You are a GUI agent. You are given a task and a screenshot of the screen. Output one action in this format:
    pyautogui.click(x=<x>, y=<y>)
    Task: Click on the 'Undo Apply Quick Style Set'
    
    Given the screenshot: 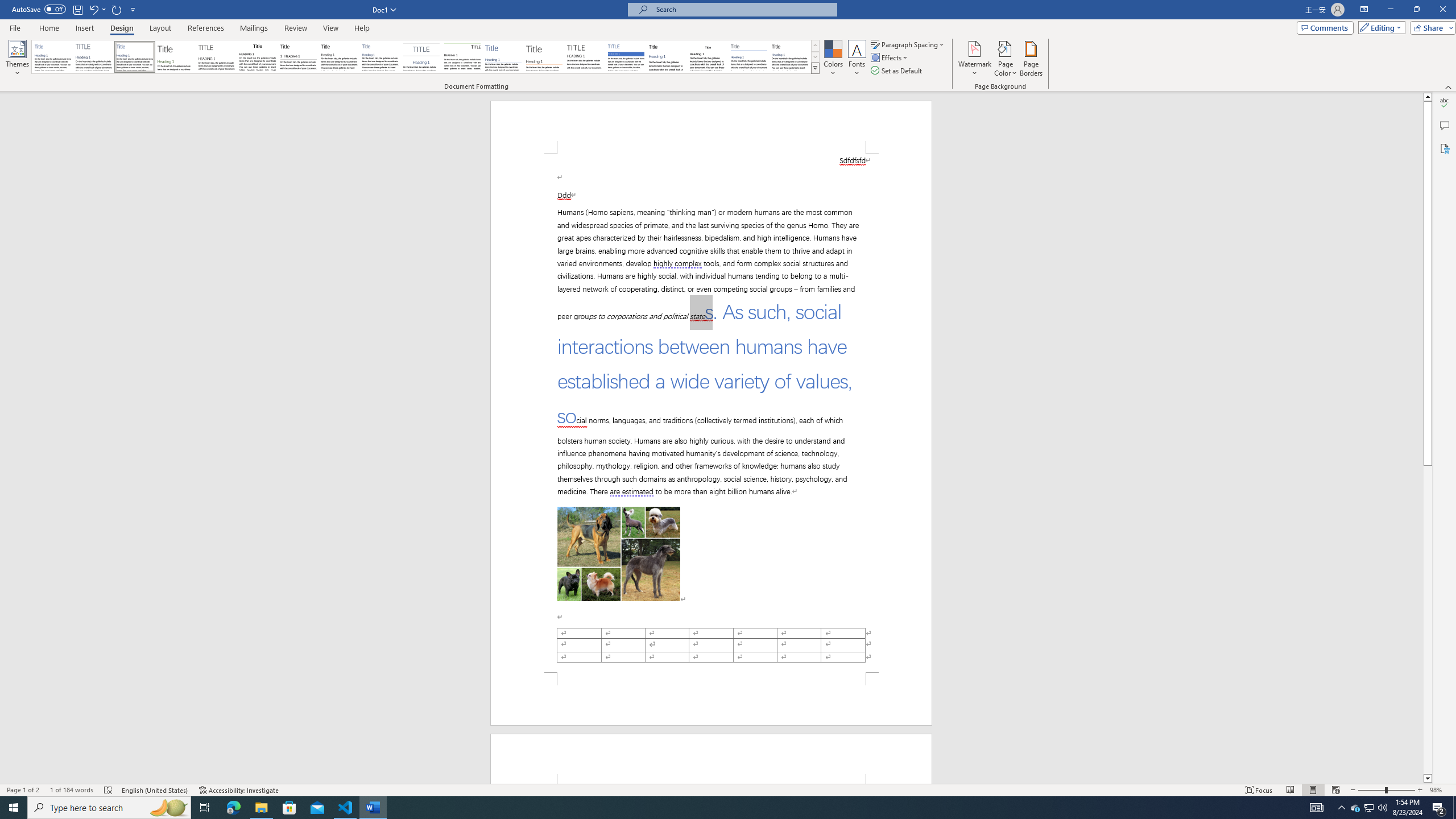 What is the action you would take?
    pyautogui.click(x=97, y=9)
    